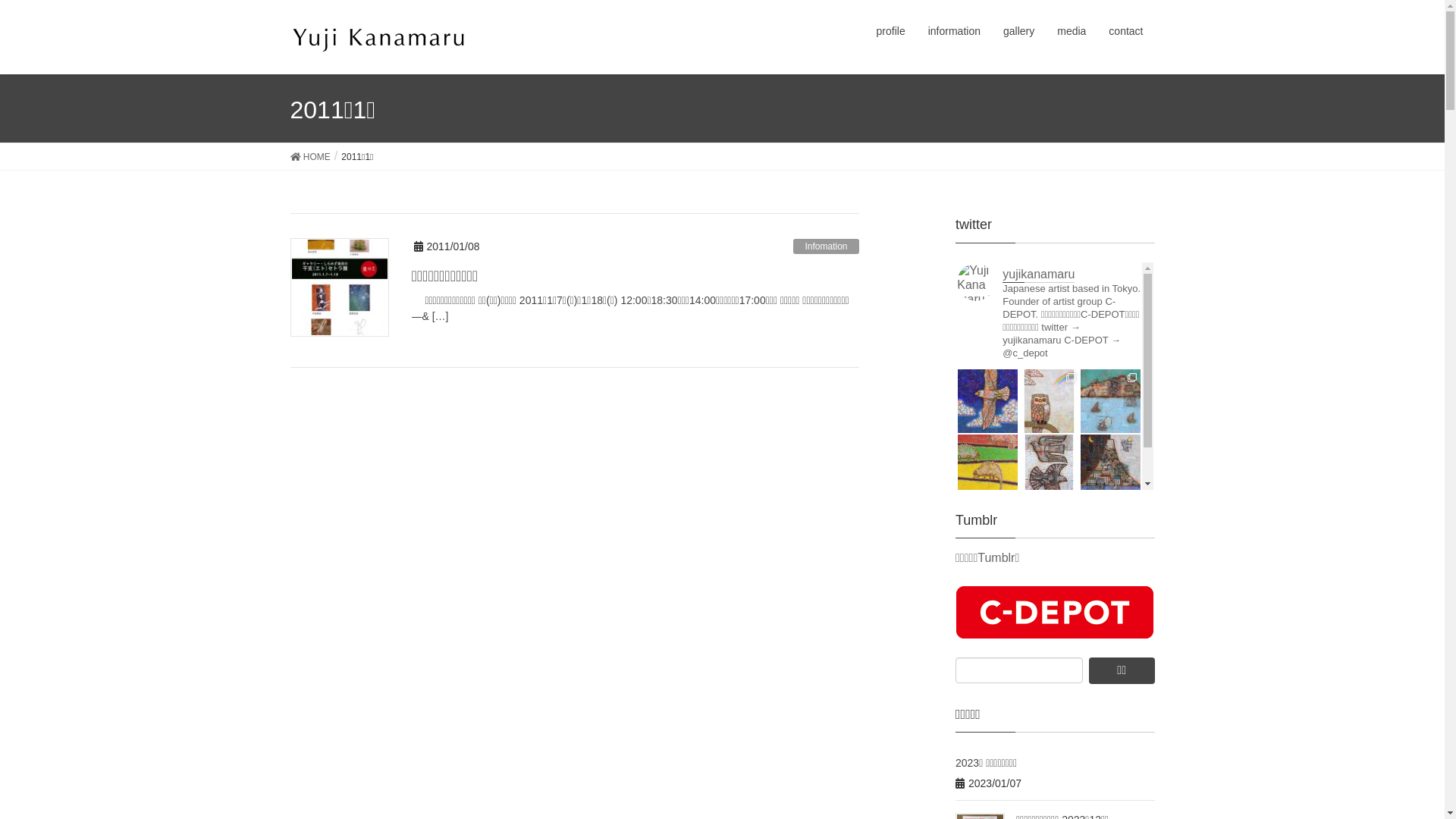  I want to click on 'contact', so click(1125, 31).